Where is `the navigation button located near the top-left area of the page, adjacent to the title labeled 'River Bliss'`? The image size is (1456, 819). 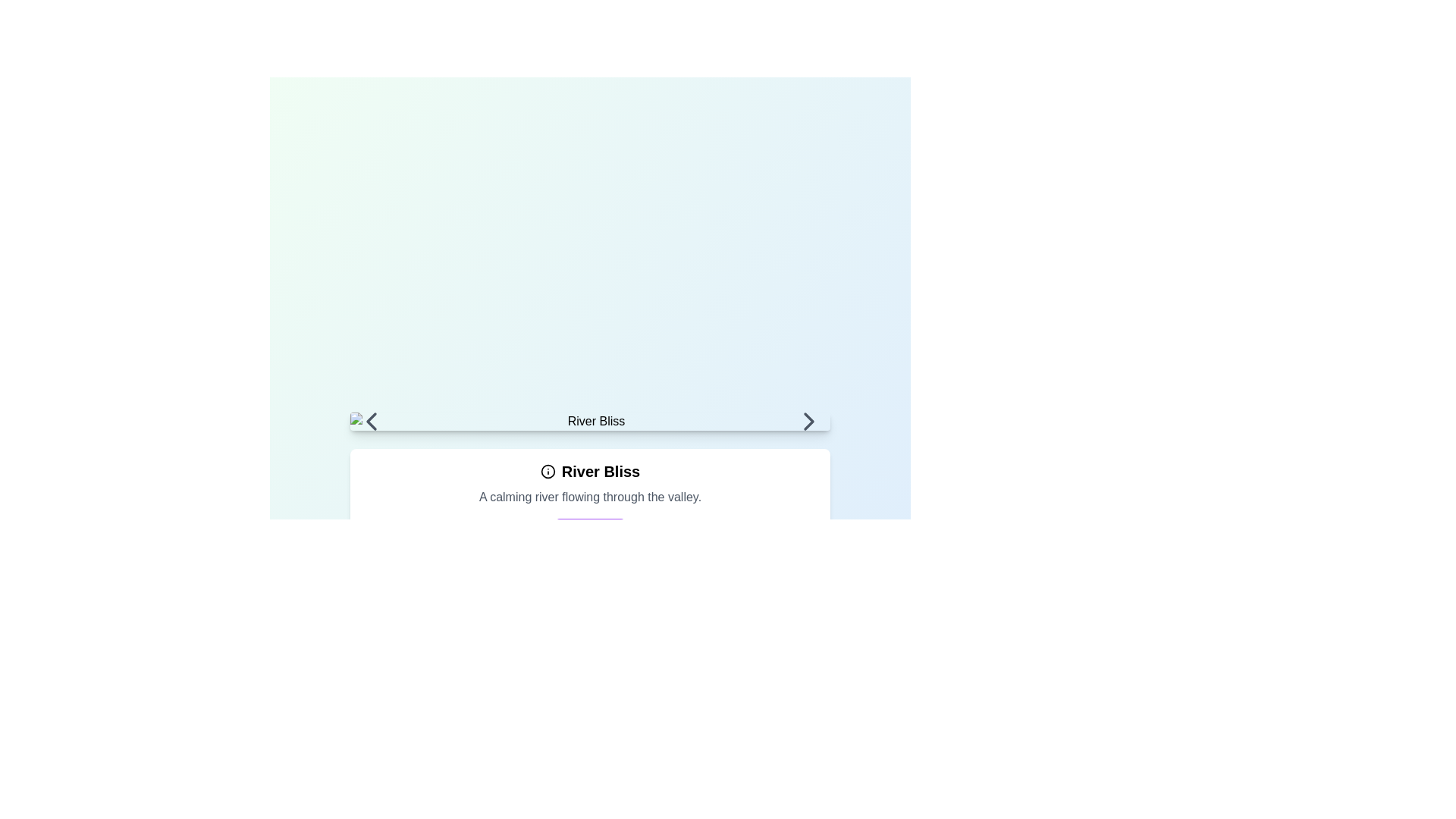 the navigation button located near the top-left area of the page, adjacent to the title labeled 'River Bliss' is located at coordinates (371, 421).